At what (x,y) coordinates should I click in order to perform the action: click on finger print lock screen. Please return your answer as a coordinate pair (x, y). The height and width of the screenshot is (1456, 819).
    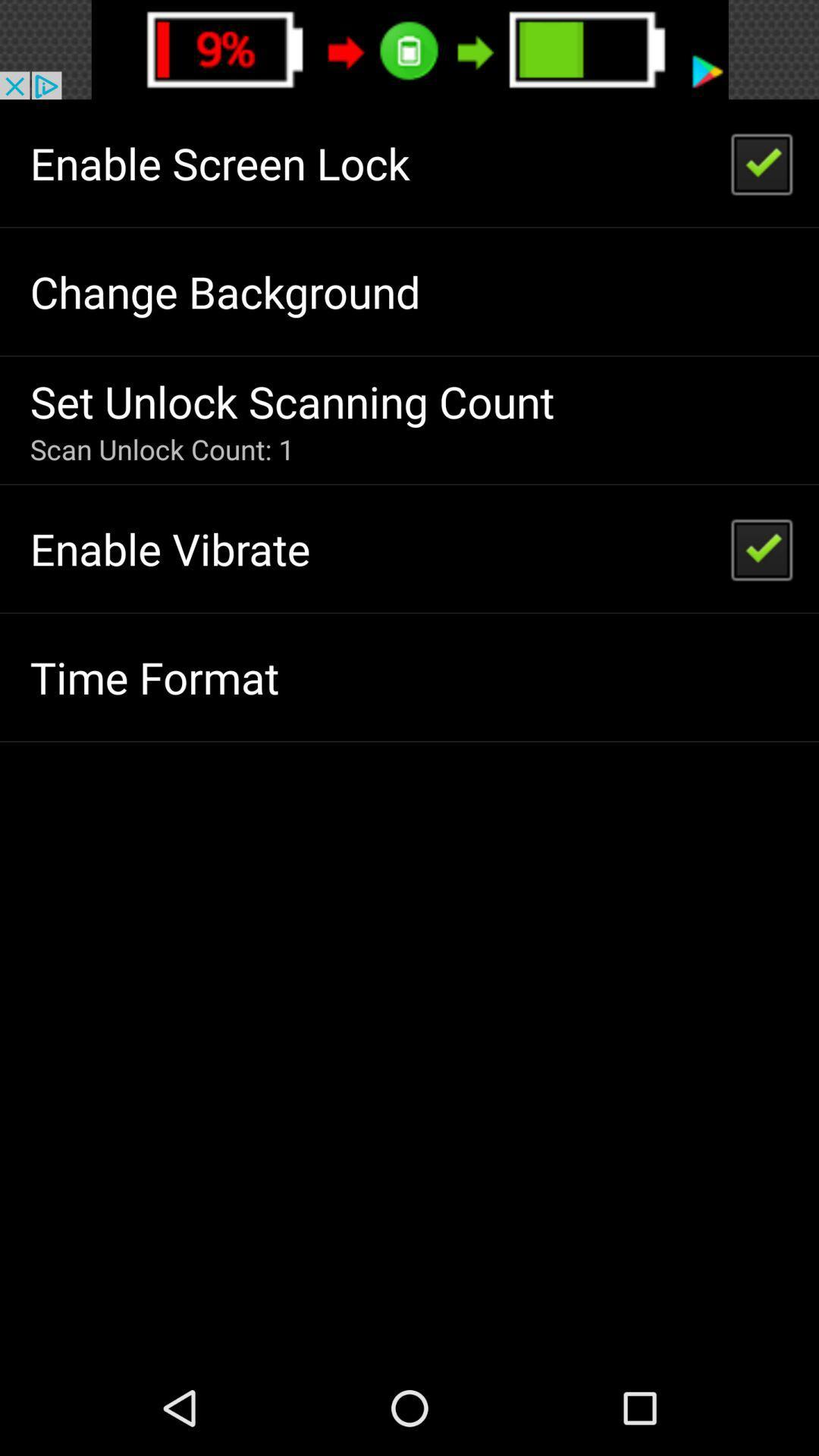
    Looking at the image, I should click on (409, 49).